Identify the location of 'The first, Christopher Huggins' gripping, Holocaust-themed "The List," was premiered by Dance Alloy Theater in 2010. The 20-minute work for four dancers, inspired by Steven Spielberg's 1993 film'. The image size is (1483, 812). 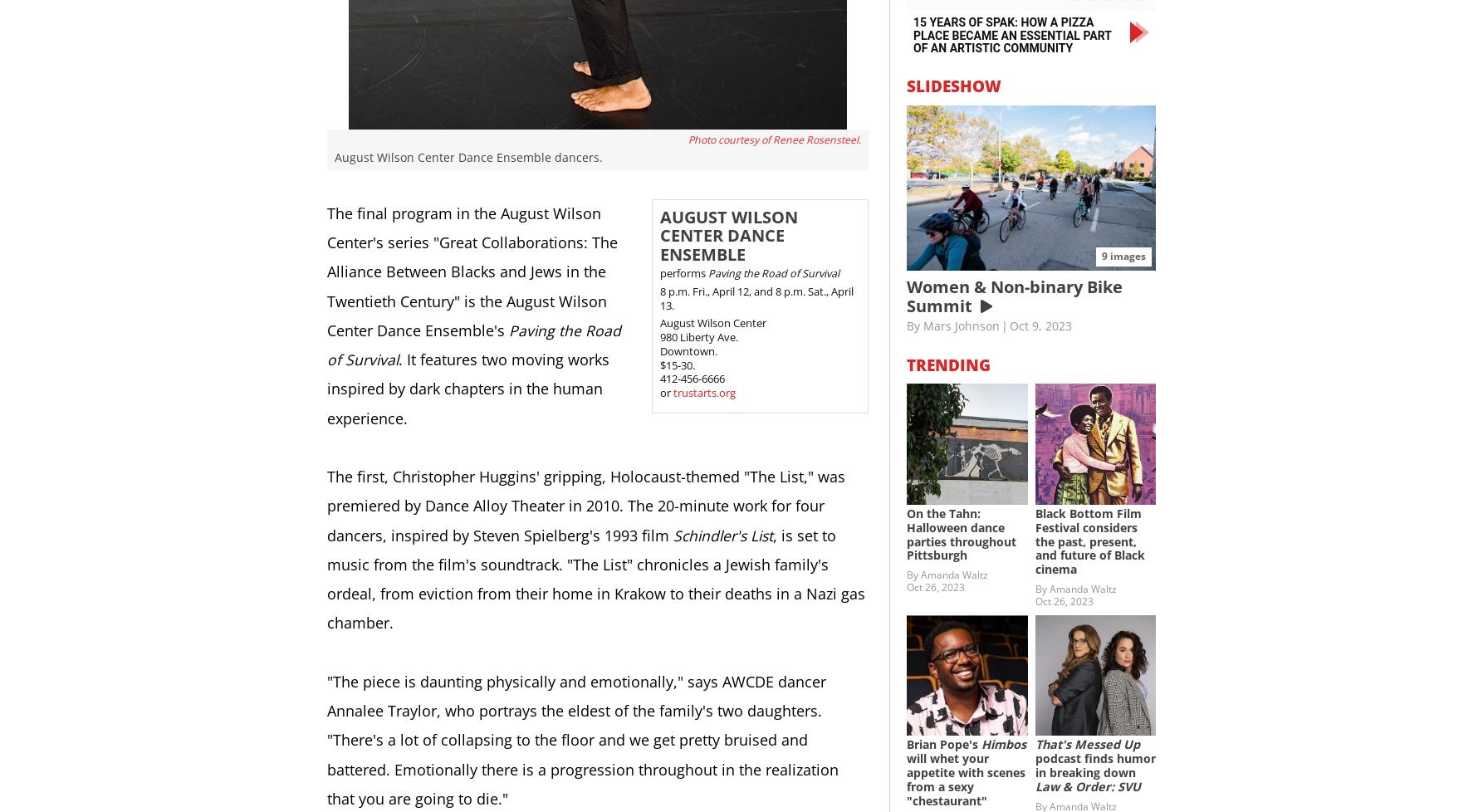
(586, 506).